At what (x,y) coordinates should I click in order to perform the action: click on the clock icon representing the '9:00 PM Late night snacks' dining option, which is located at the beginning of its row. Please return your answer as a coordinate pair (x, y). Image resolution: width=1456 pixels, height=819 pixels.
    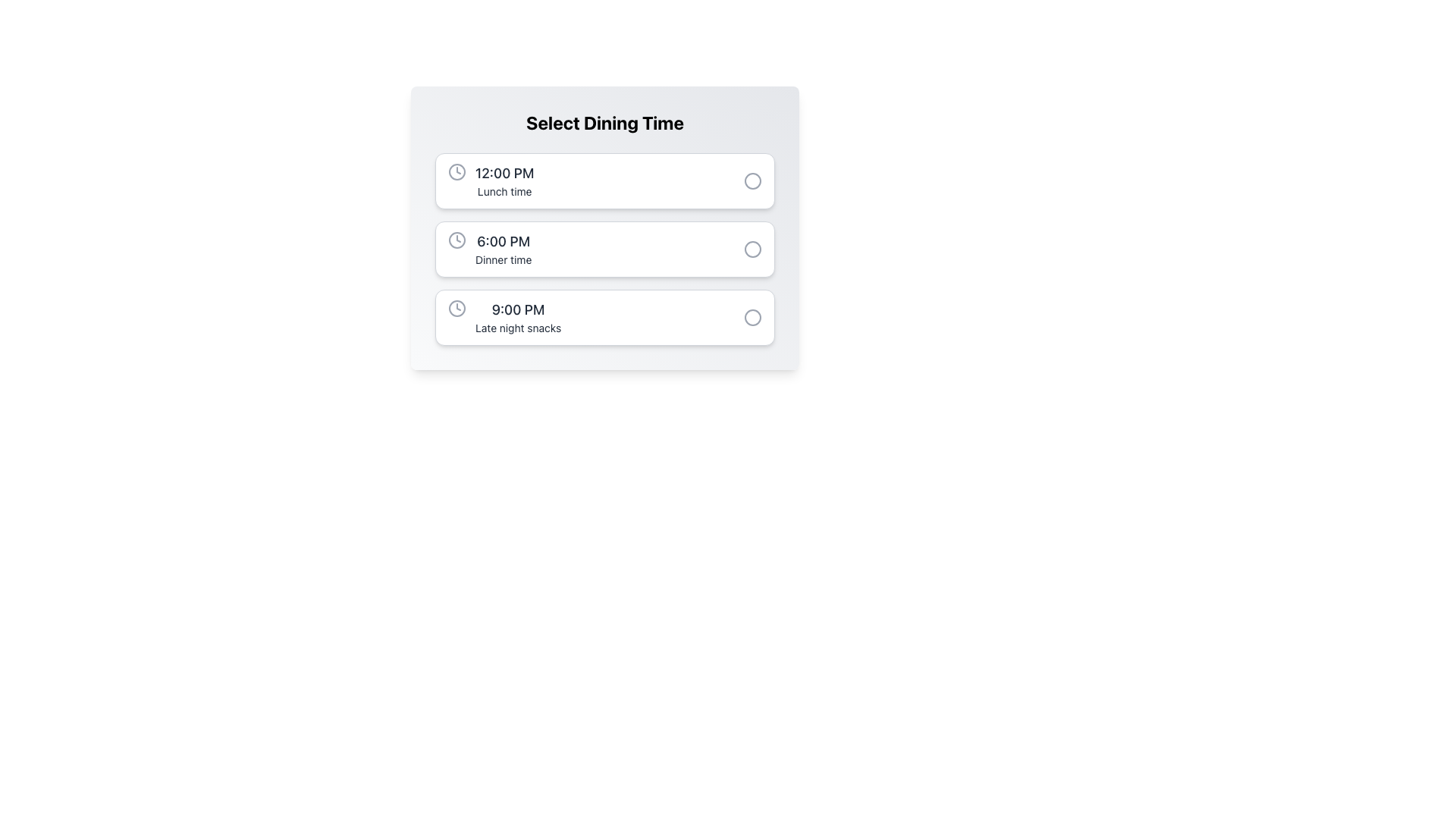
    Looking at the image, I should click on (457, 308).